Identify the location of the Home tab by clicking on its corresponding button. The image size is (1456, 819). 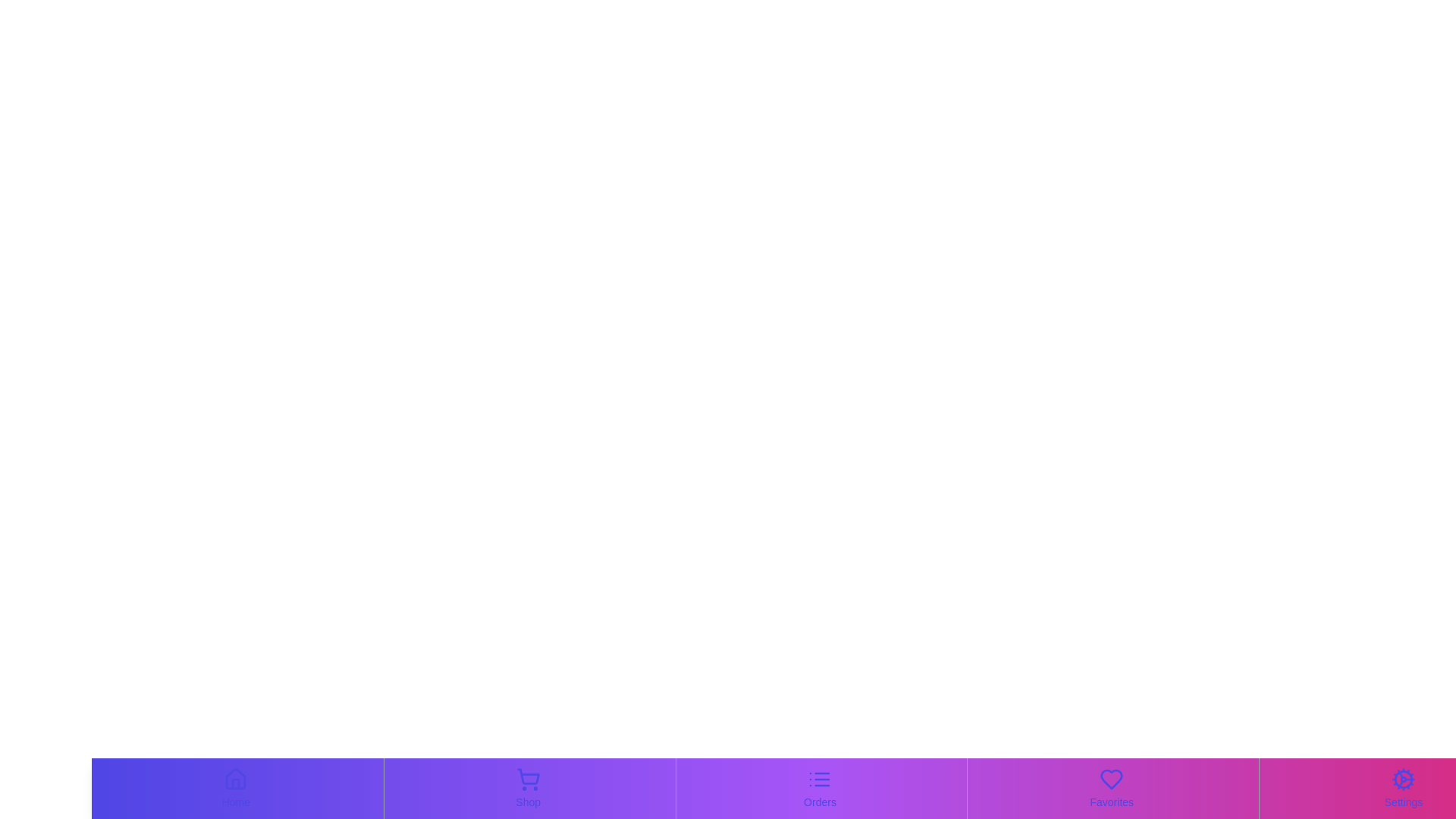
(235, 788).